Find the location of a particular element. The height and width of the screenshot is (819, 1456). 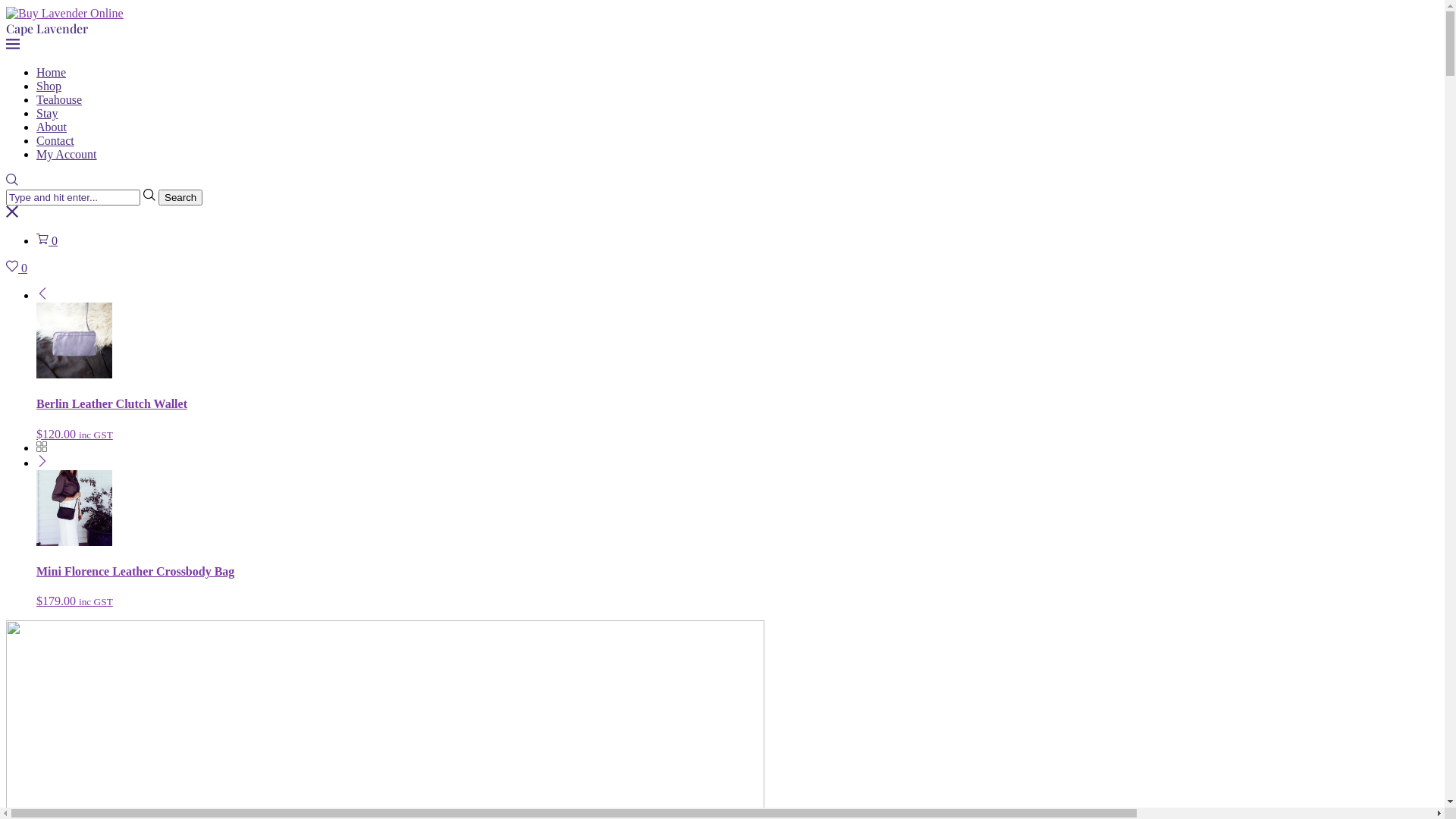

'Contact' is located at coordinates (55, 140).